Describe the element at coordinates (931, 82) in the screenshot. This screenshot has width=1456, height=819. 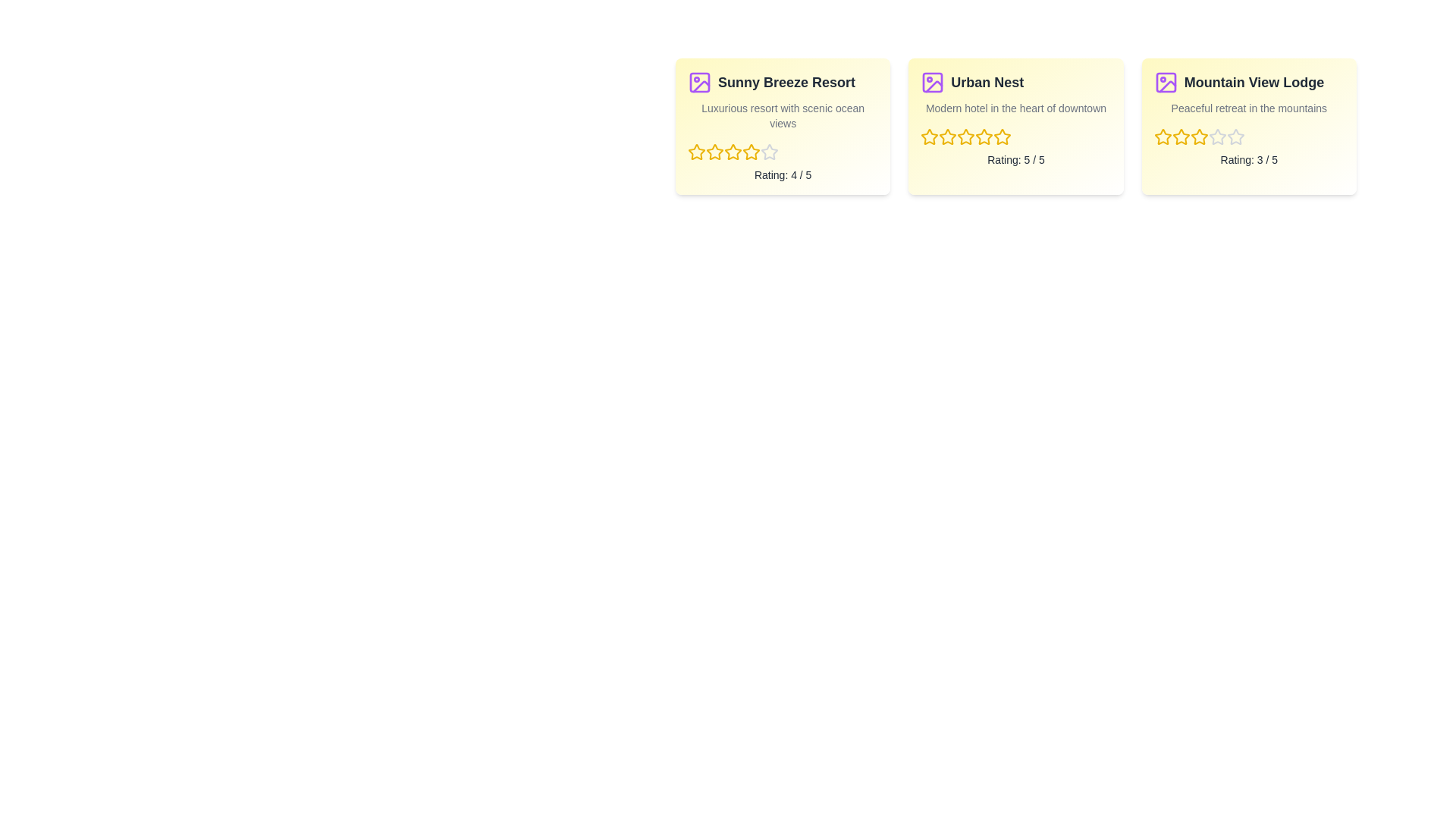
I see `the image icon of the hotel named Urban Nest` at that location.